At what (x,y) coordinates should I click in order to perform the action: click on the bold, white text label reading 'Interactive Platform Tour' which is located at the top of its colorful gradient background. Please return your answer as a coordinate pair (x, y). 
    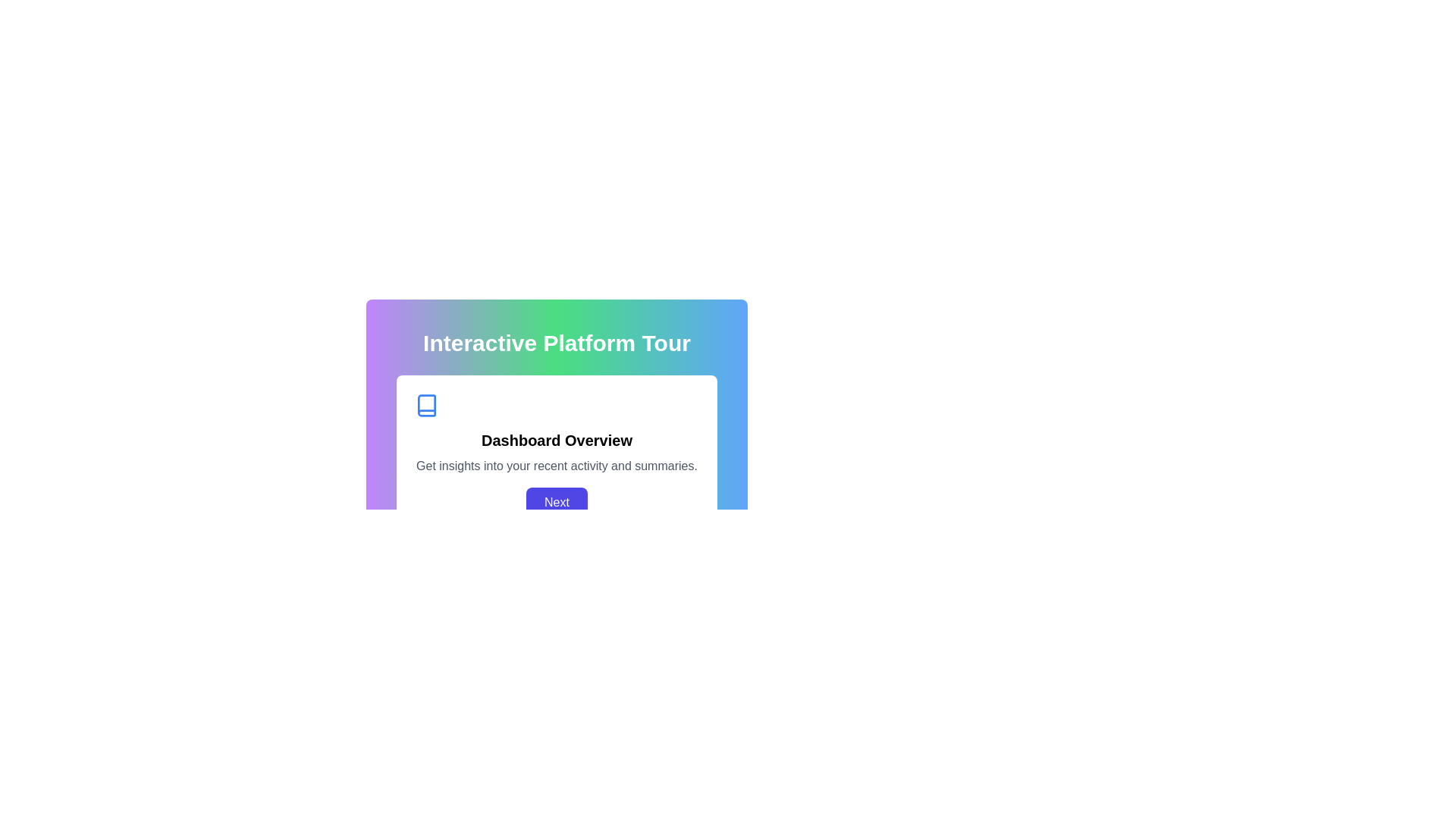
    Looking at the image, I should click on (556, 343).